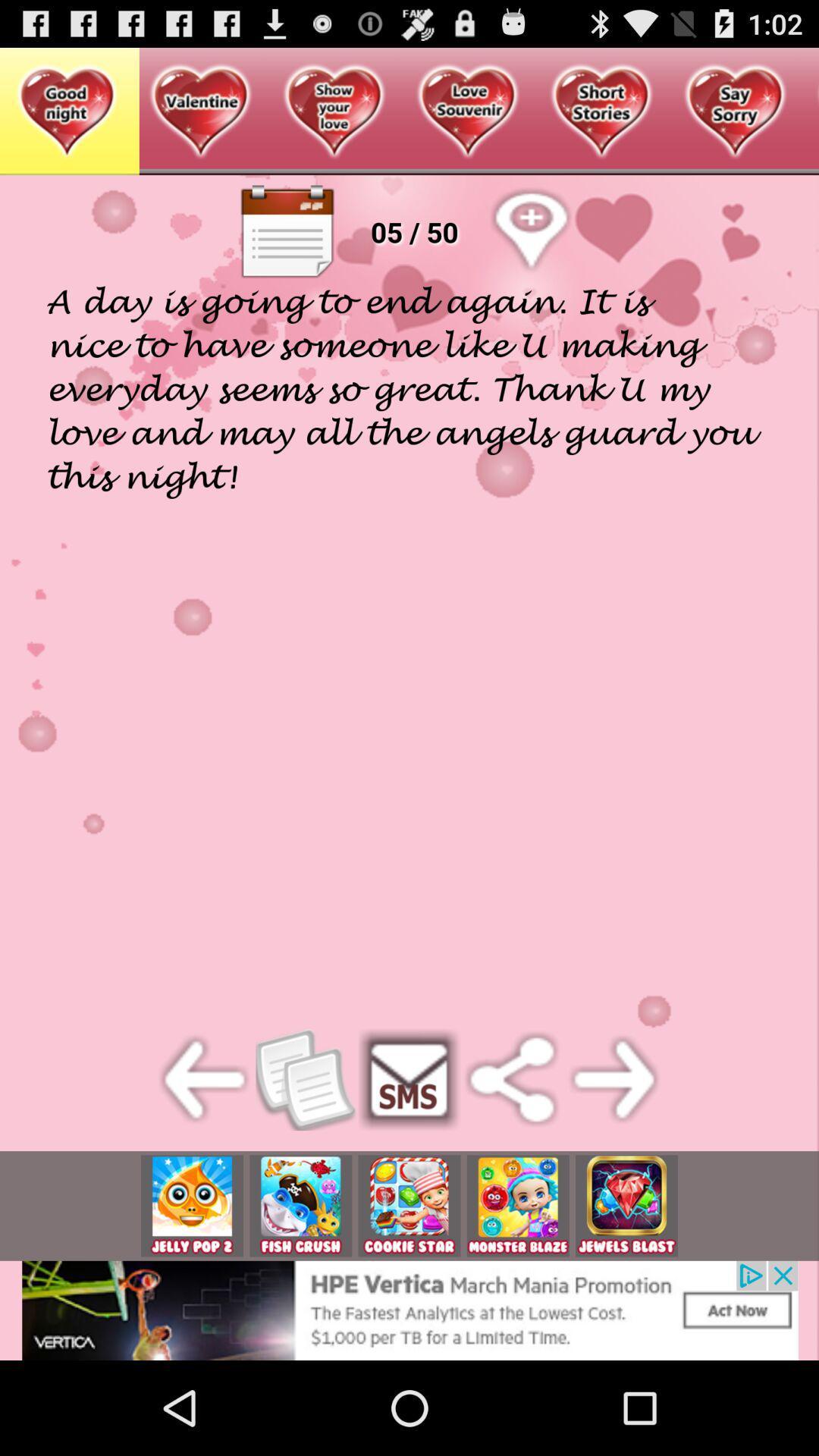  I want to click on go back, so click(205, 1078).